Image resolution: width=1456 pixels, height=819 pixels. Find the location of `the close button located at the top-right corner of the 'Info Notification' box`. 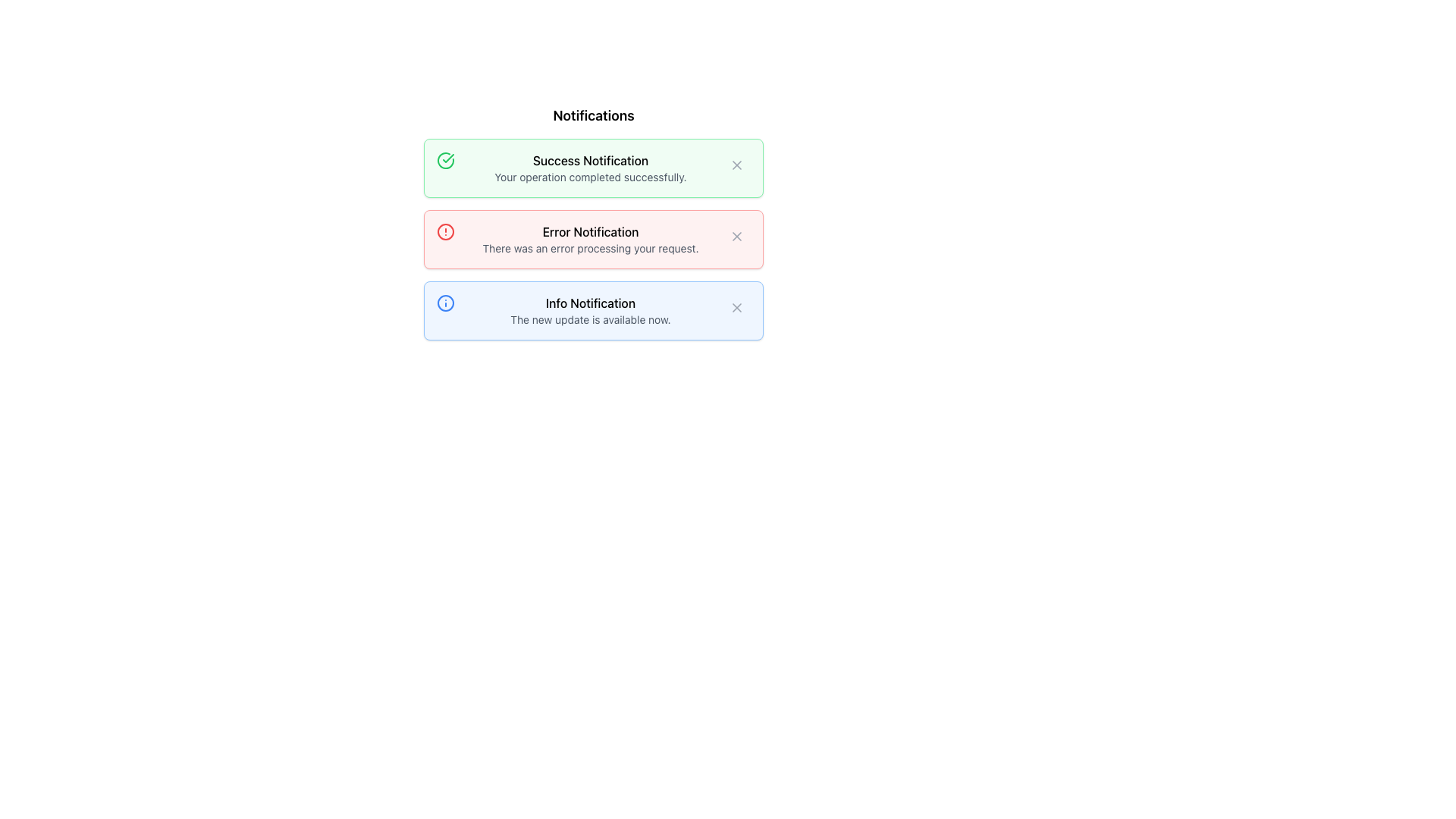

the close button located at the top-right corner of the 'Info Notification' box is located at coordinates (736, 307).